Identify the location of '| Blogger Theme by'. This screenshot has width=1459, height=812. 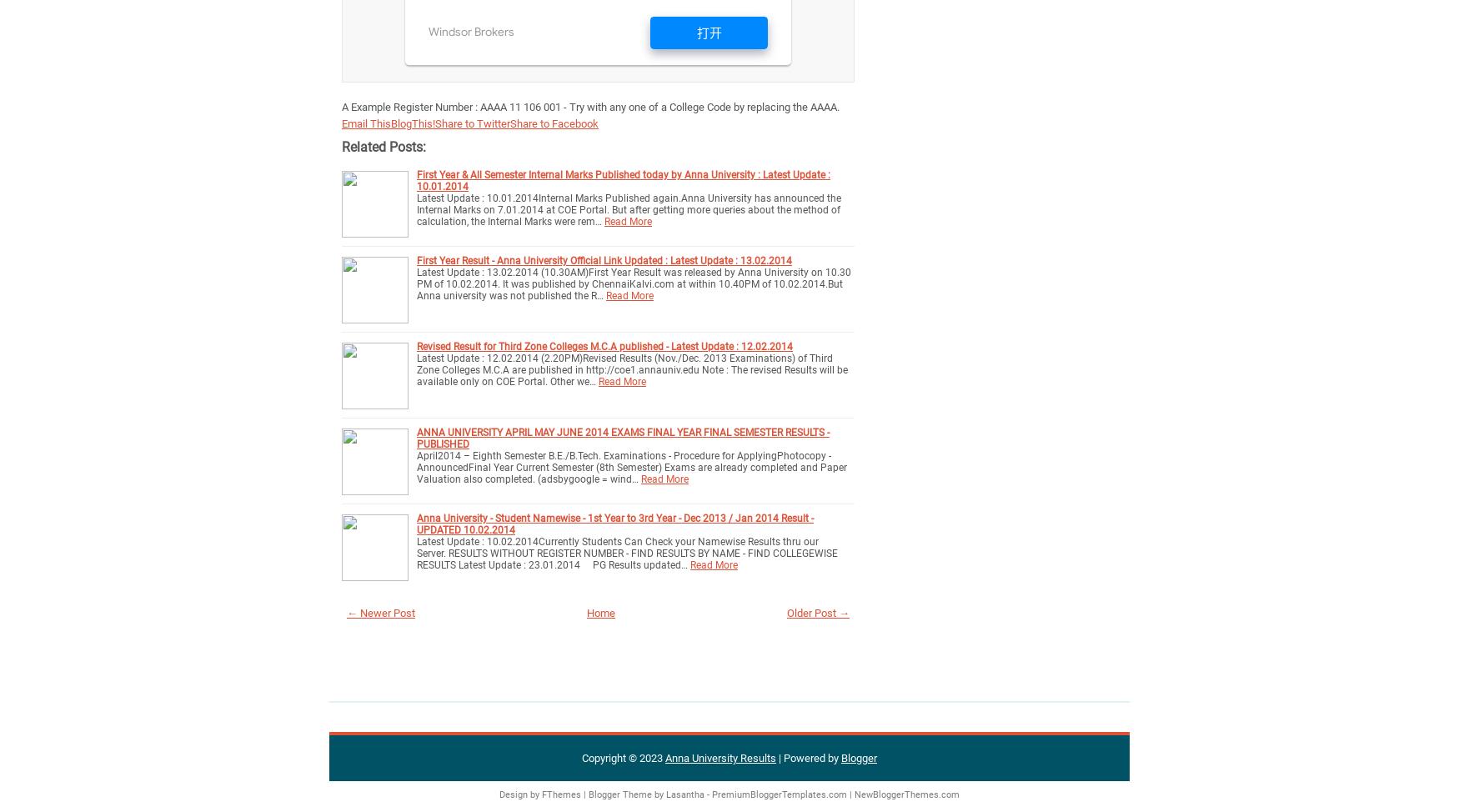
(623, 794).